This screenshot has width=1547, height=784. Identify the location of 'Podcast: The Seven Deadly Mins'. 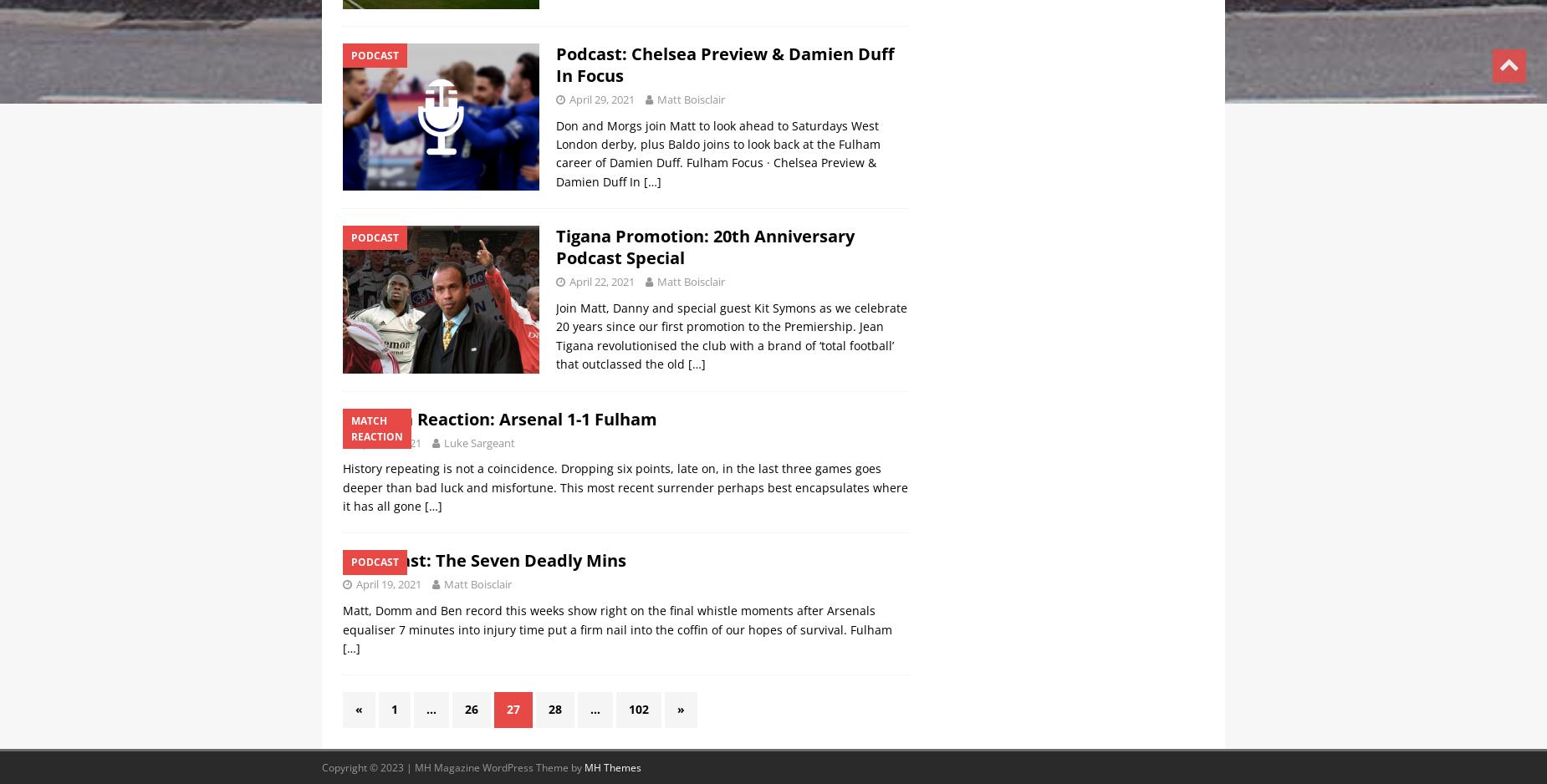
(493, 599).